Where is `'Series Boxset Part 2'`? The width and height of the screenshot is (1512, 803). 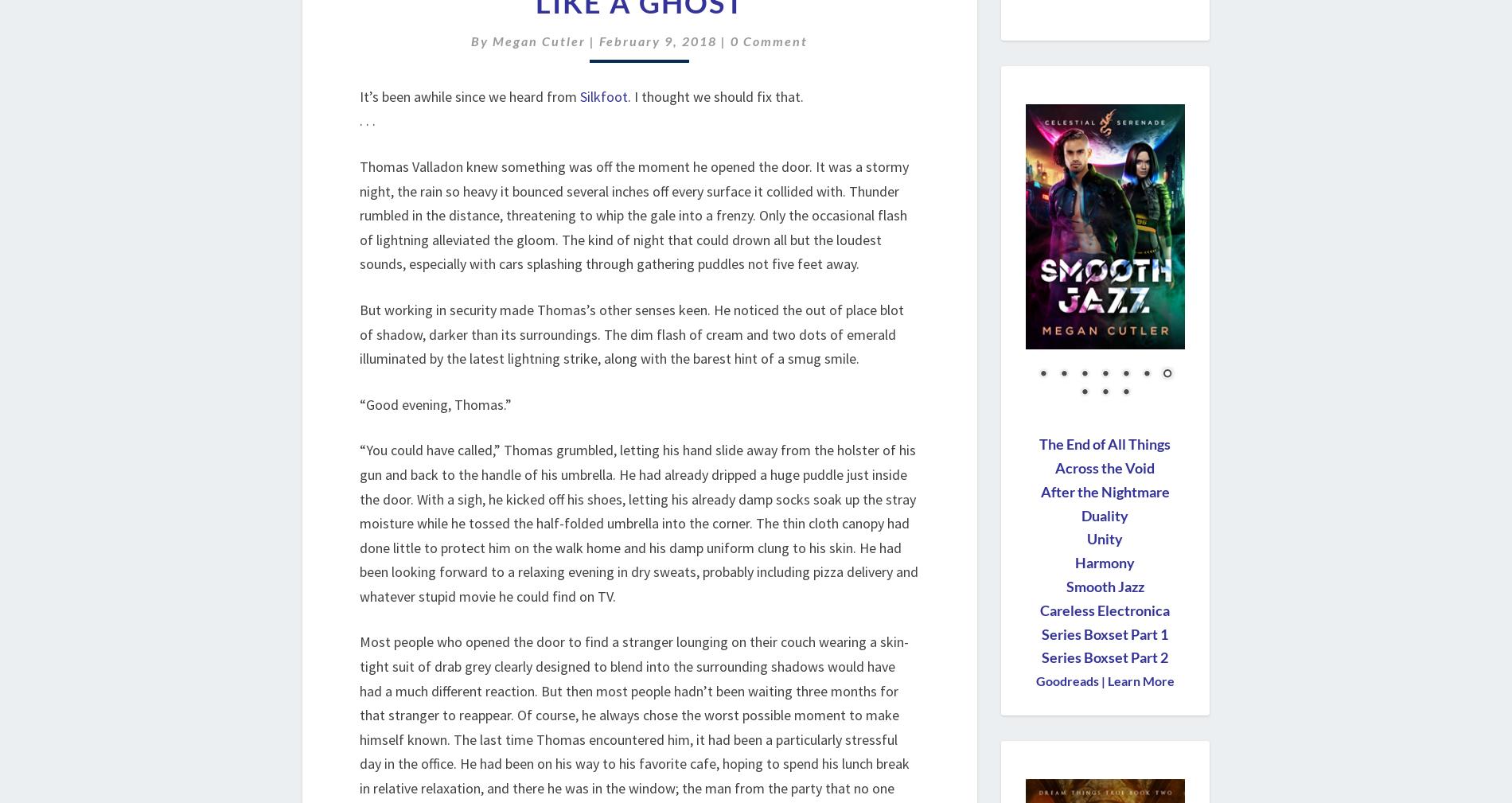
'Series Boxset Part 2' is located at coordinates (1104, 657).